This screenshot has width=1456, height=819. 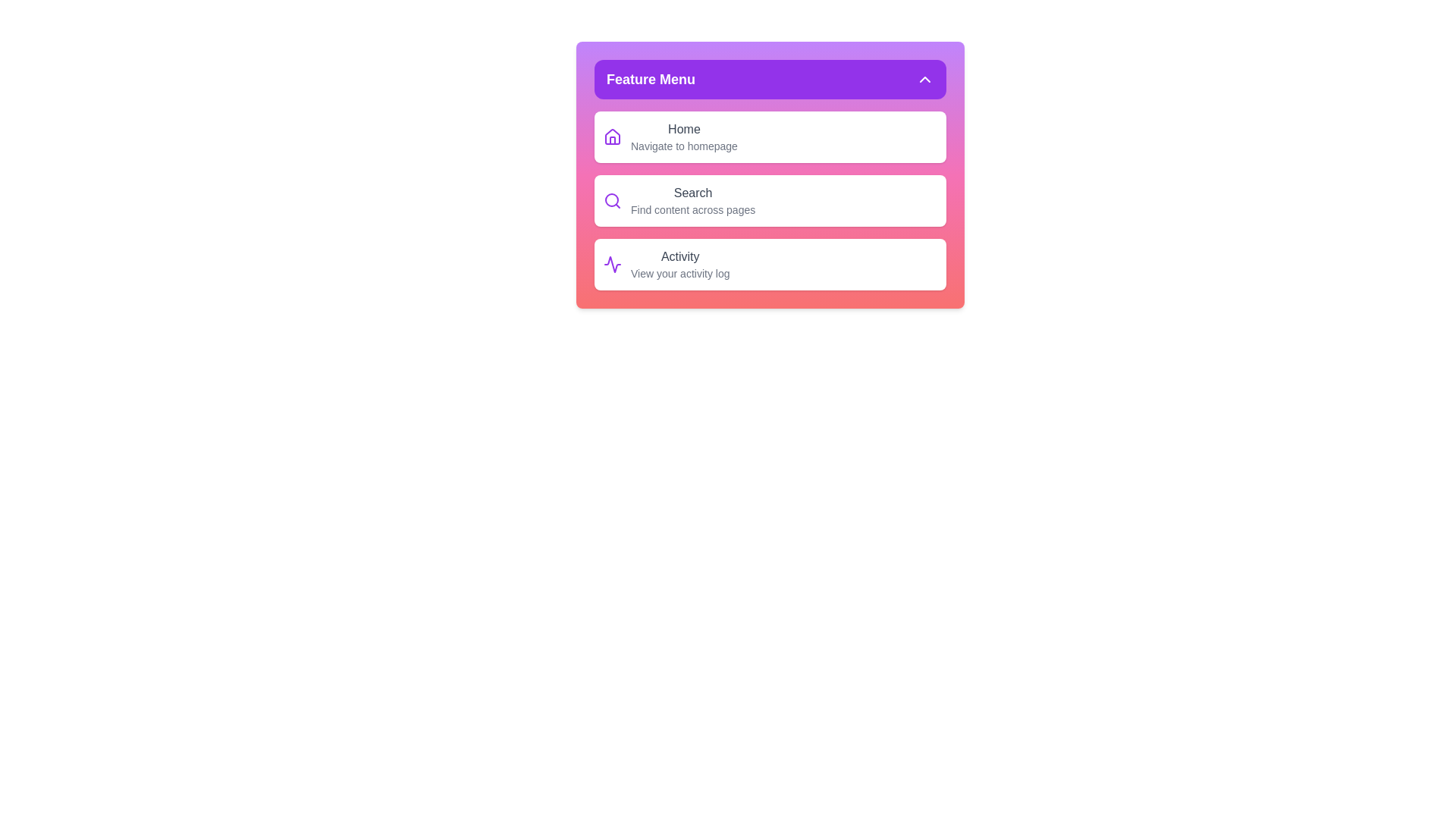 What do you see at coordinates (770, 263) in the screenshot?
I see `the menu item Activity by clicking on it` at bounding box center [770, 263].